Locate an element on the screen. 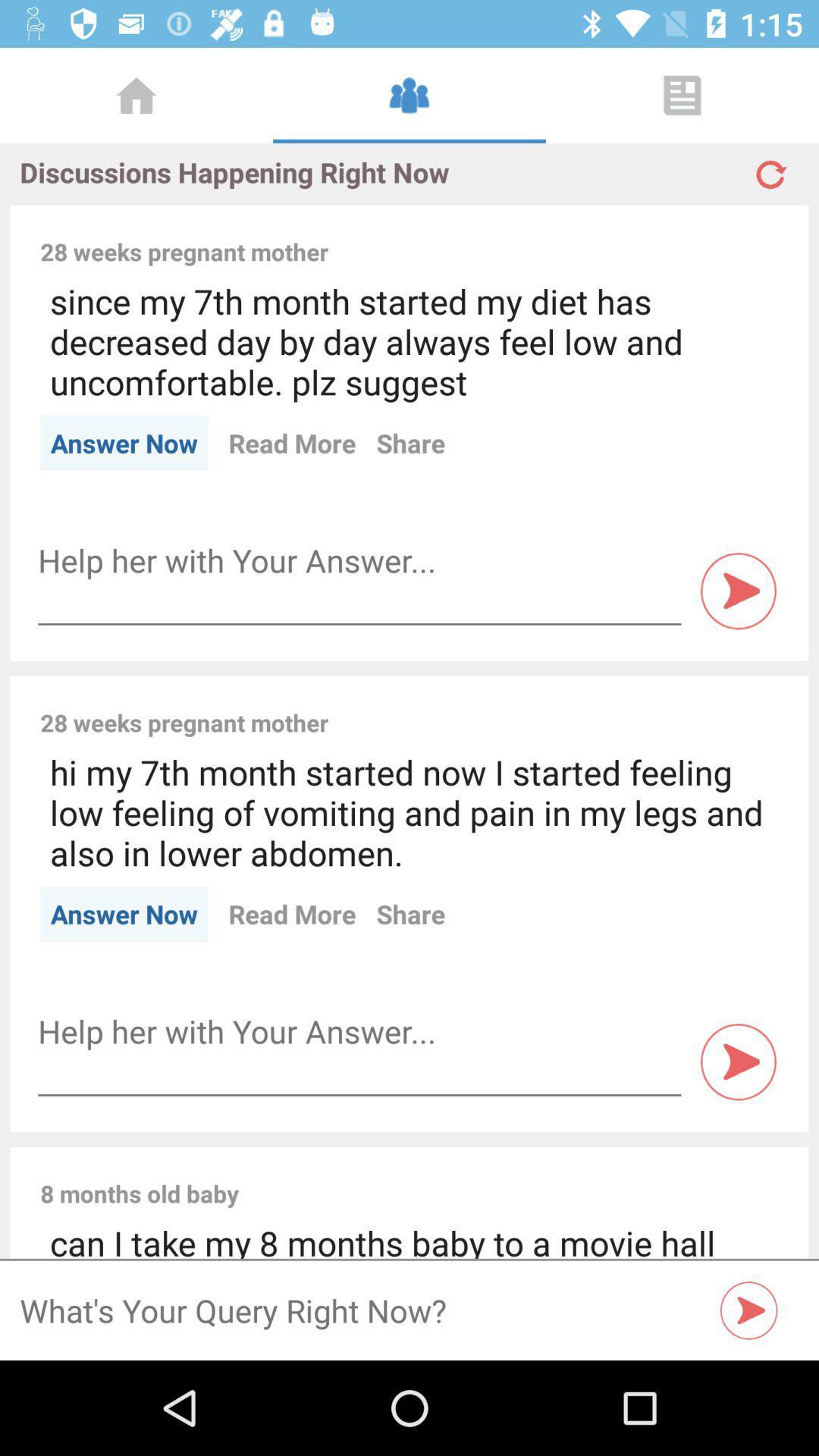 Image resolution: width=819 pixels, height=1456 pixels. tap to answer is located at coordinates (738, 1061).